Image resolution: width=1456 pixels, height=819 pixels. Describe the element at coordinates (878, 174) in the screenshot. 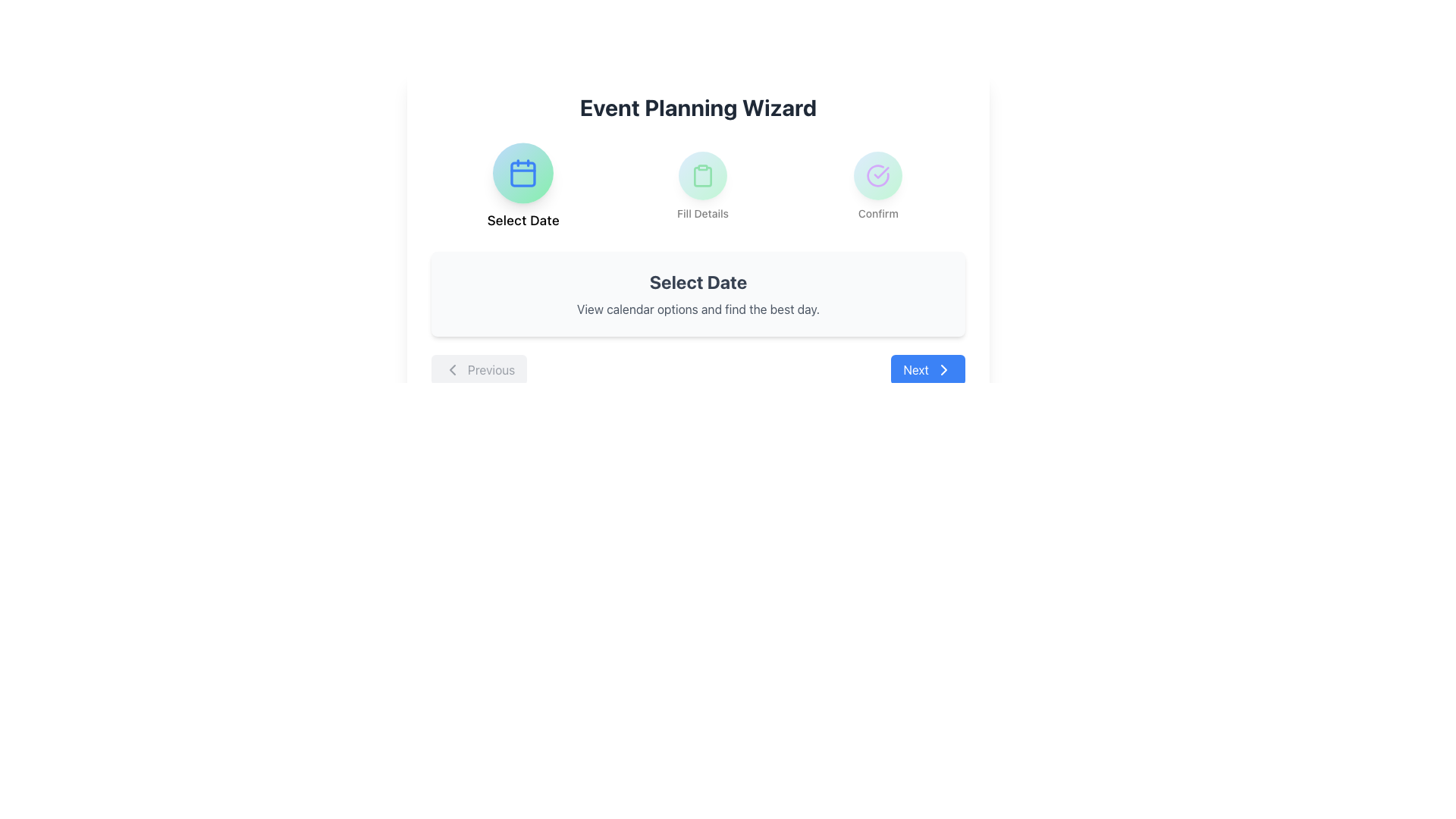

I see `the 'Confirm' icon located at the top-right of the Event Planning Wizard interface, which is the third icon in a horizontal sequence` at that location.